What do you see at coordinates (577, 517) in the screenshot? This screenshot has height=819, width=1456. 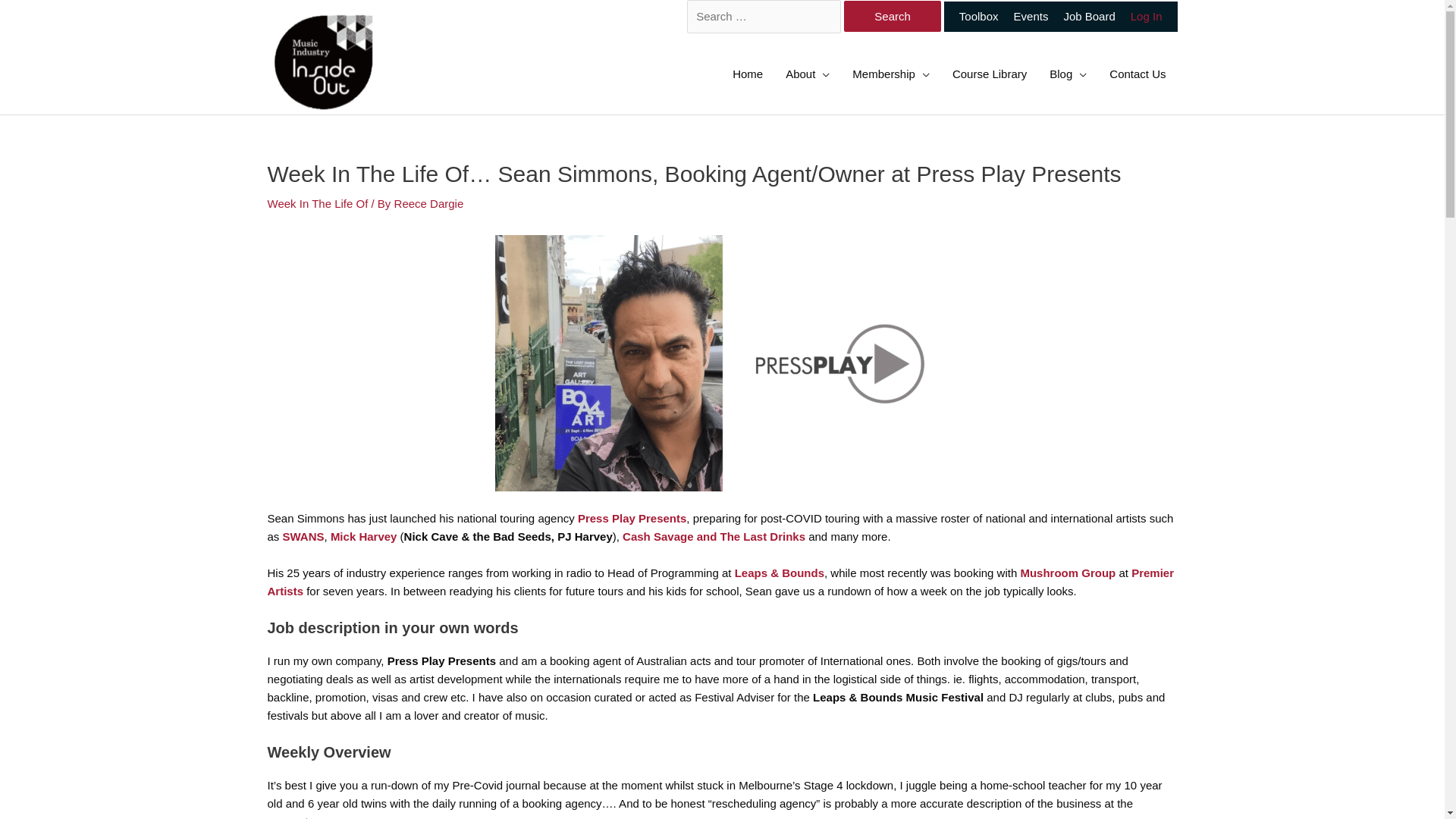 I see `'Press Play Presents'` at bounding box center [577, 517].